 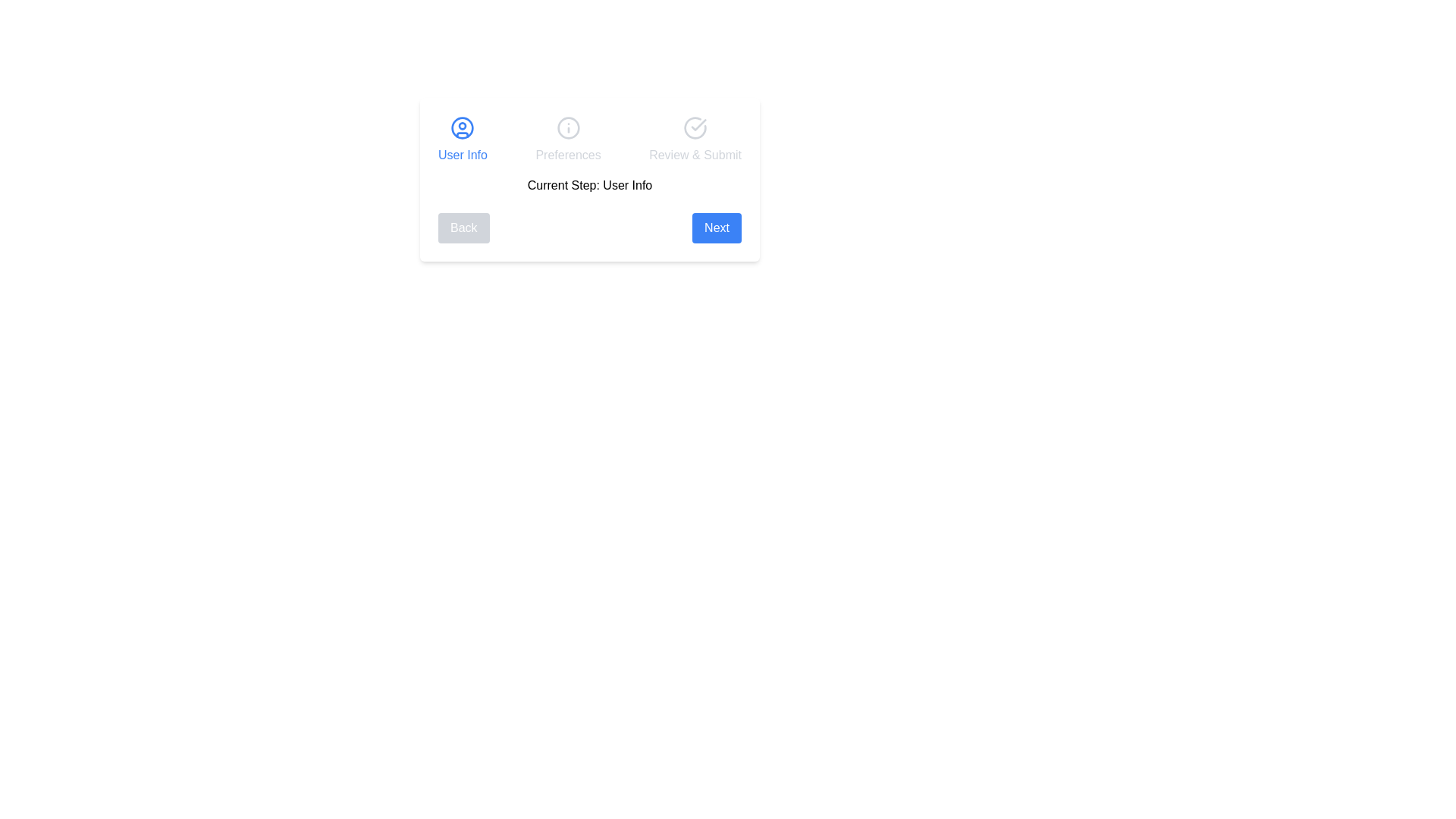 What do you see at coordinates (716, 227) in the screenshot?
I see `the 'Next' button to proceed to the next step` at bounding box center [716, 227].